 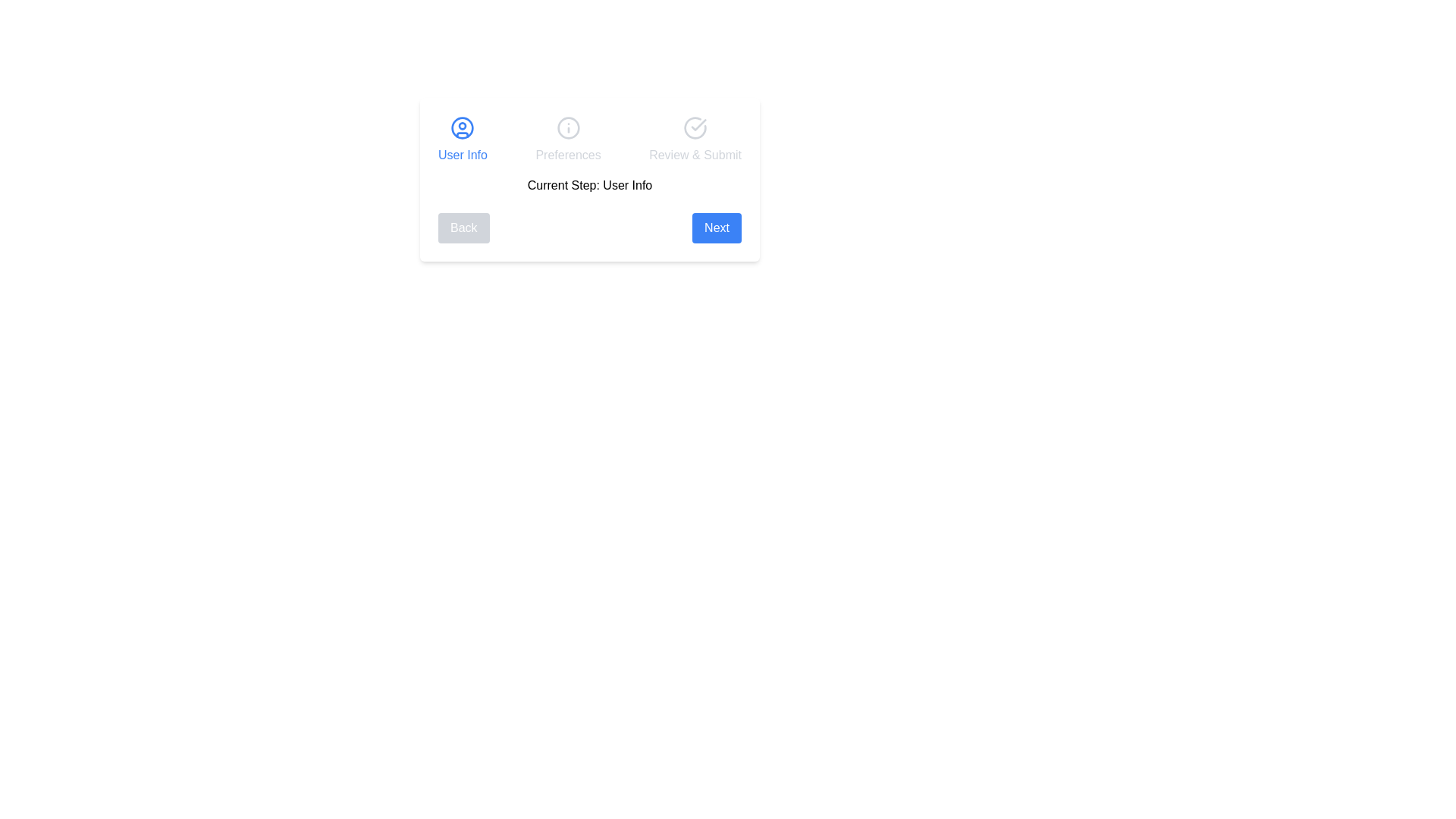 What do you see at coordinates (716, 227) in the screenshot?
I see `the 'Next' button to proceed to the next step` at bounding box center [716, 227].